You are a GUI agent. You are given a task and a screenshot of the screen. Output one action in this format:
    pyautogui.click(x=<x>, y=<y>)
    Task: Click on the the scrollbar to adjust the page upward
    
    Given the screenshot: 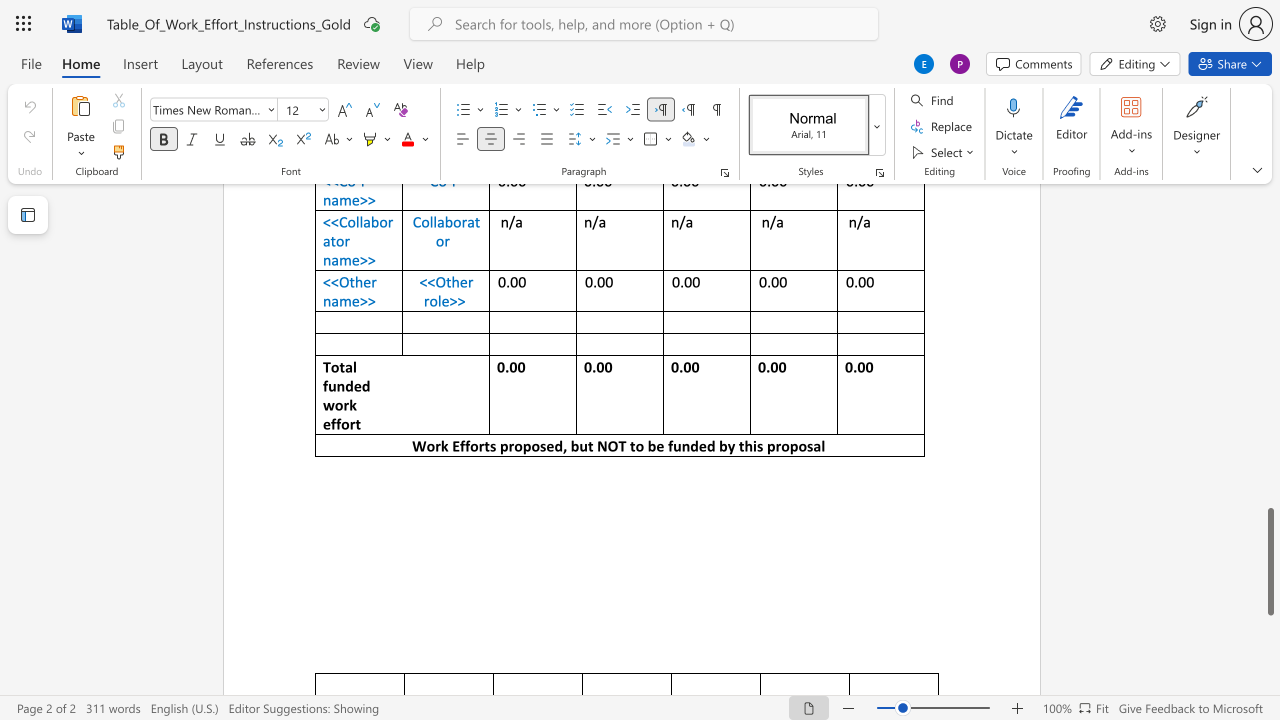 What is the action you would take?
    pyautogui.click(x=1269, y=438)
    